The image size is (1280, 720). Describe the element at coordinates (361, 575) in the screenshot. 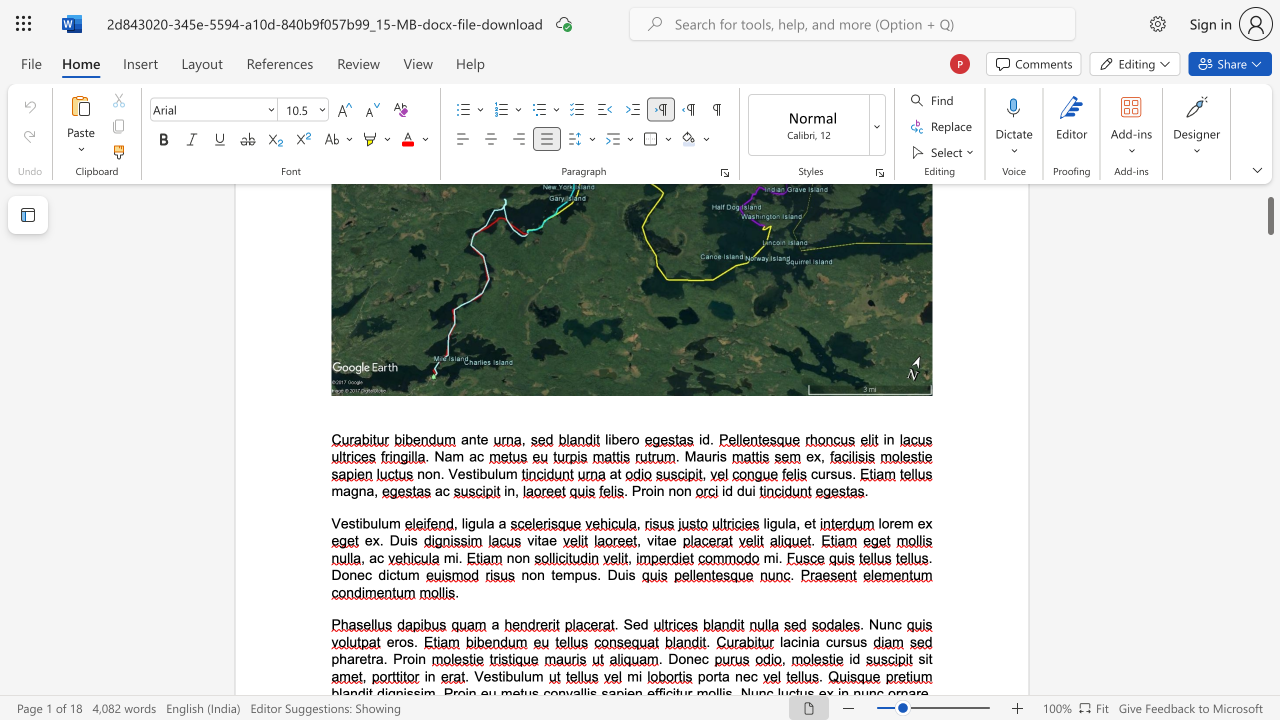

I see `the 1th character "e" in the text` at that location.